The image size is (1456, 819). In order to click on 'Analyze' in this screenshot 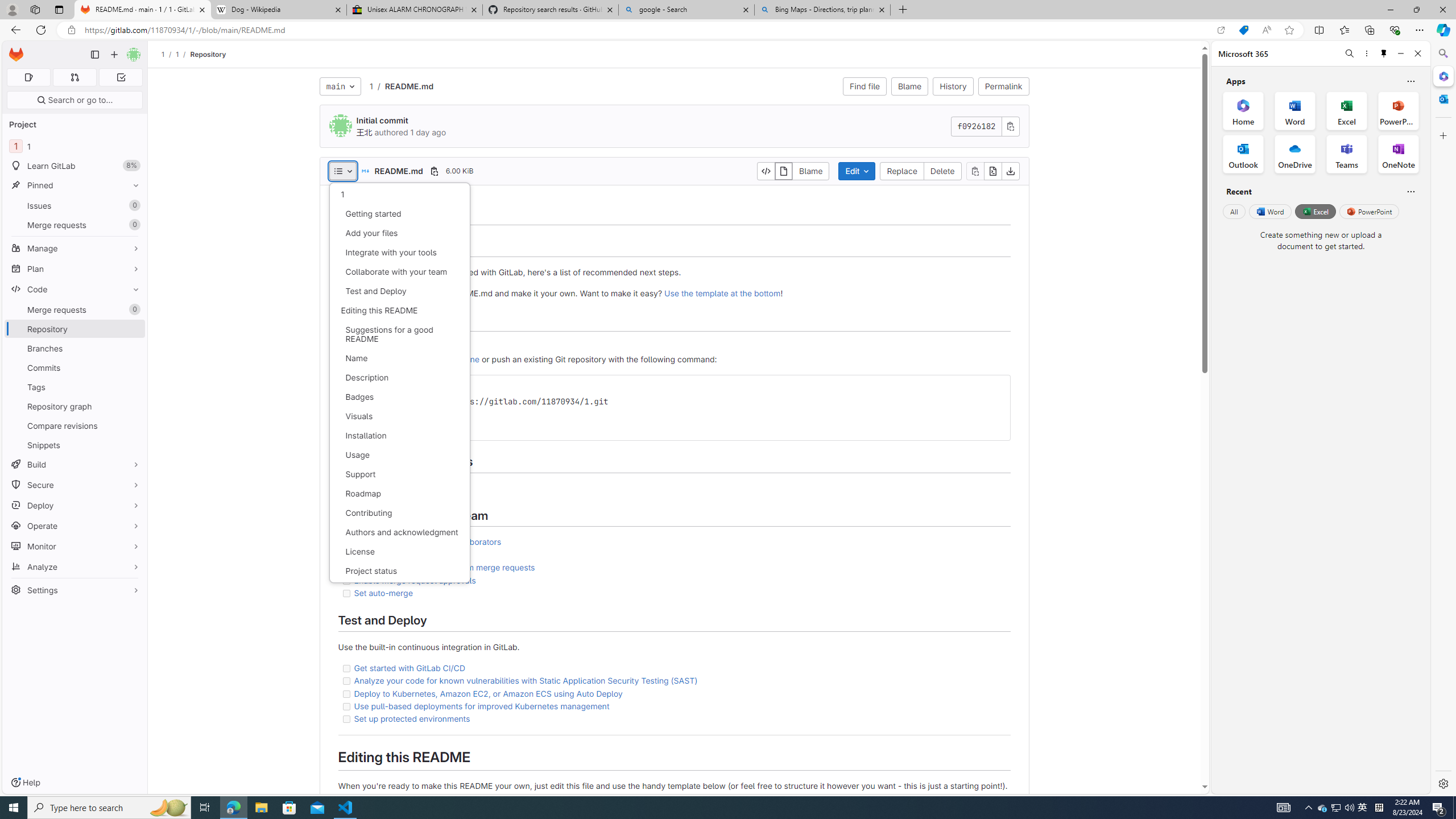, I will do `click(74, 566)`.